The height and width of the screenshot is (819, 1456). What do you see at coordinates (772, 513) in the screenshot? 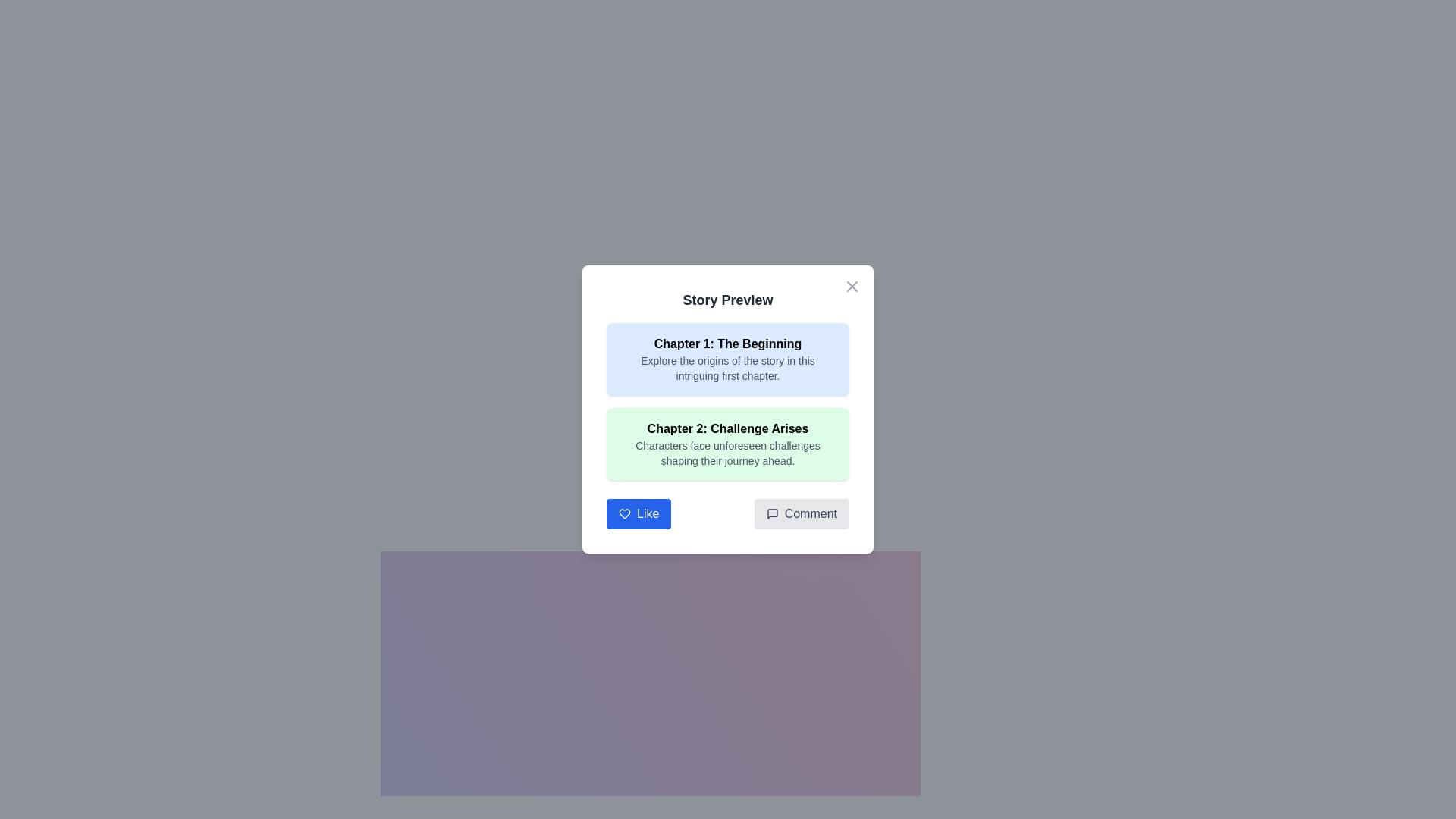
I see `the speech bubble or comment icon` at bounding box center [772, 513].